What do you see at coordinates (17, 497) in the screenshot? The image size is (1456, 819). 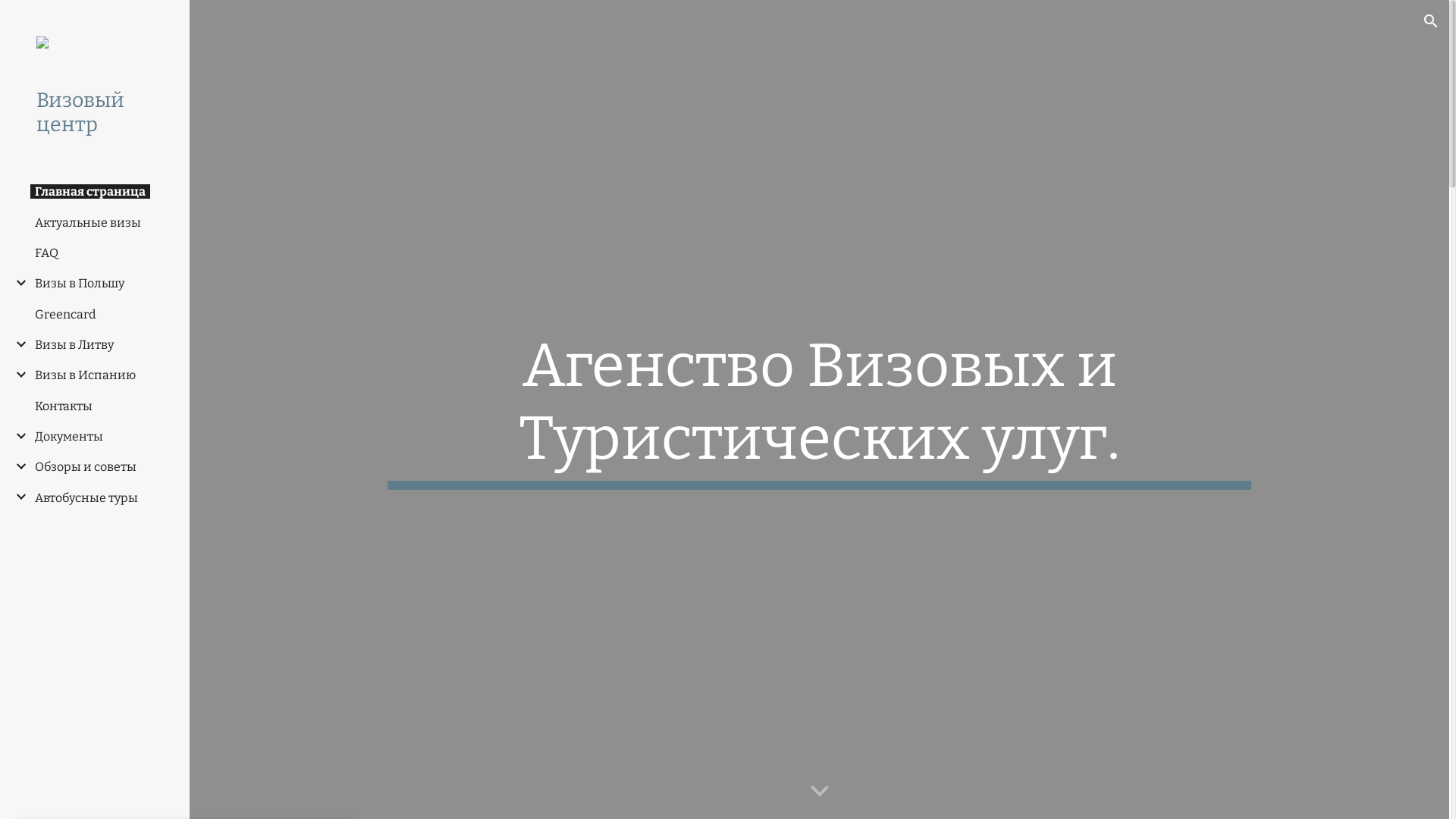 I see `'Expand/Collapse'` at bounding box center [17, 497].